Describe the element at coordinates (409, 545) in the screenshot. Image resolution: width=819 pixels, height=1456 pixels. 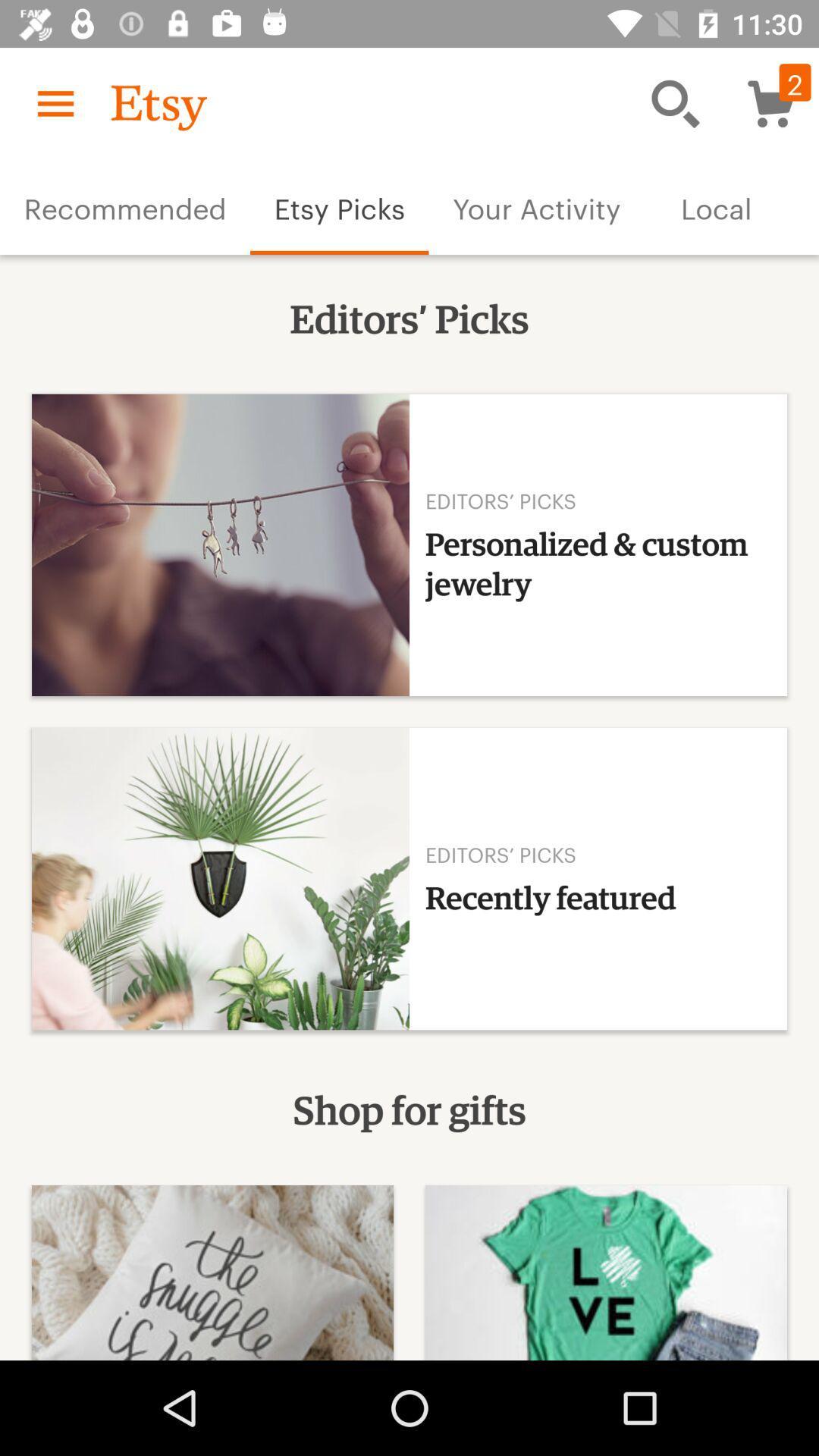
I see `the item below the text editors picks on the web page` at that location.